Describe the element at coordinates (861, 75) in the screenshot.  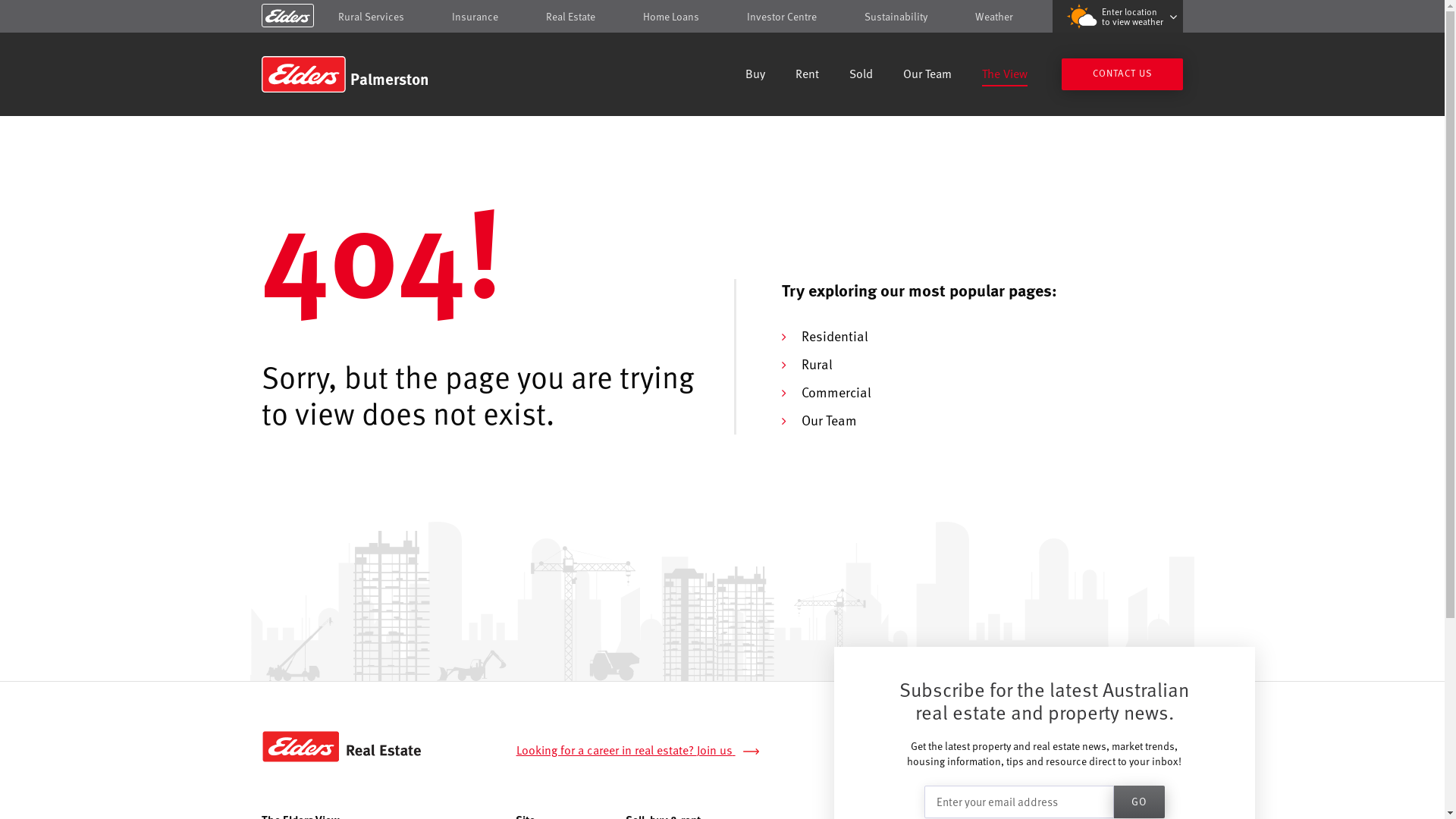
I see `'Sold'` at that location.